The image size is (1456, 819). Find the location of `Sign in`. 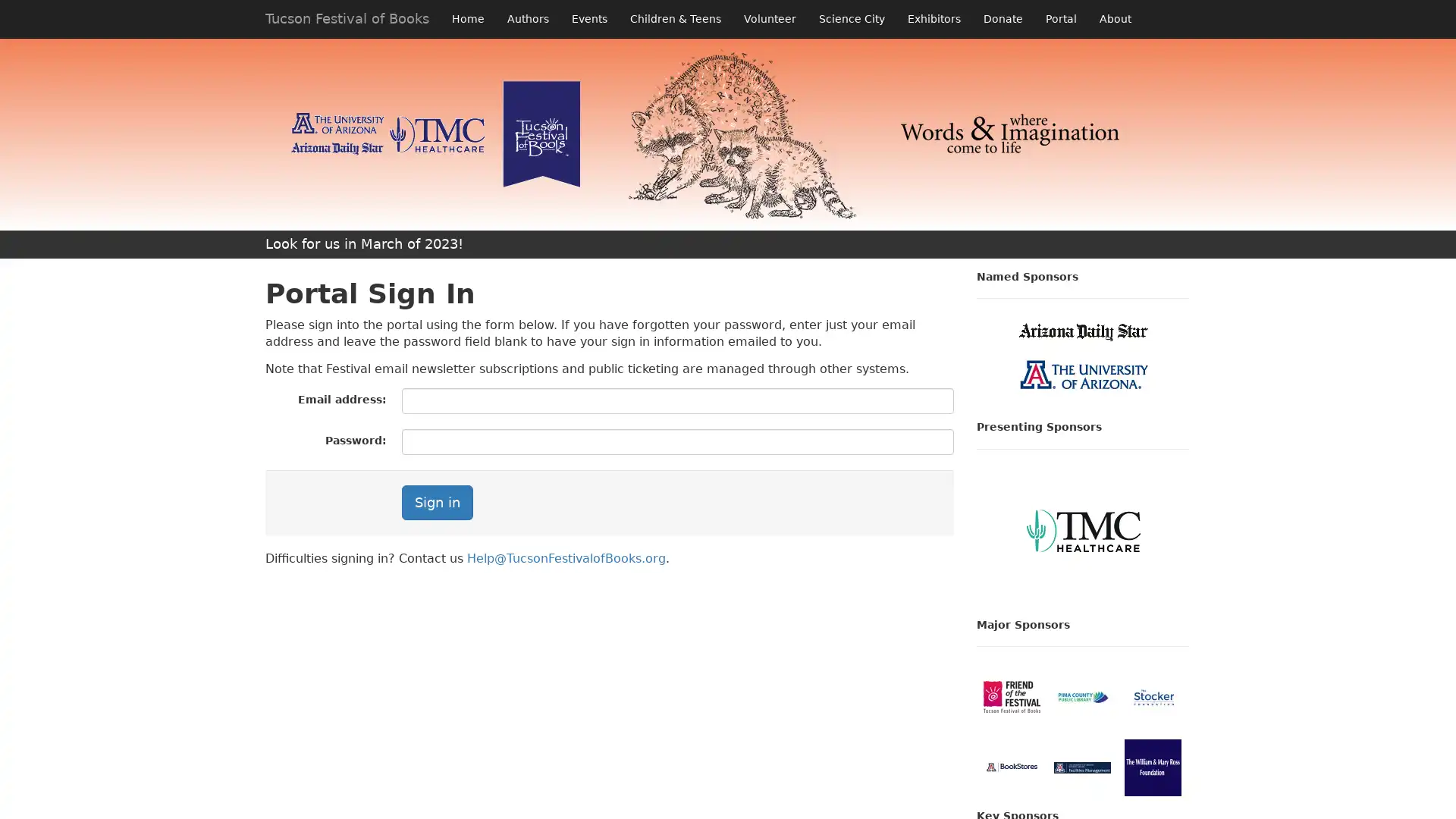

Sign in is located at coordinates (436, 503).